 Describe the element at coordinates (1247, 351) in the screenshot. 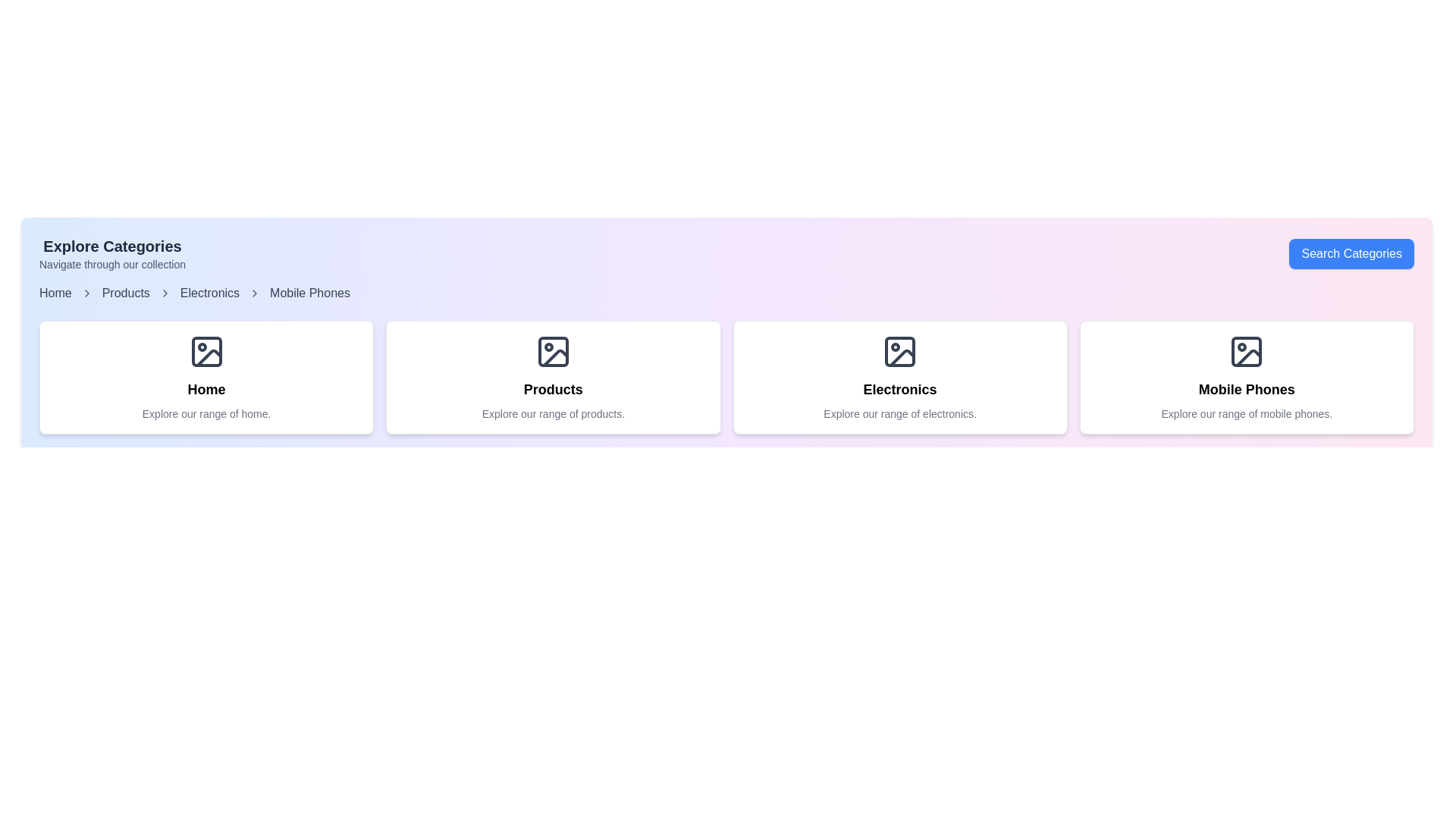

I see `the decorative graphic element that symbolizes the 'Mobile Phones' category, located in the bottom-right card of the four cards displayed in a row` at that location.